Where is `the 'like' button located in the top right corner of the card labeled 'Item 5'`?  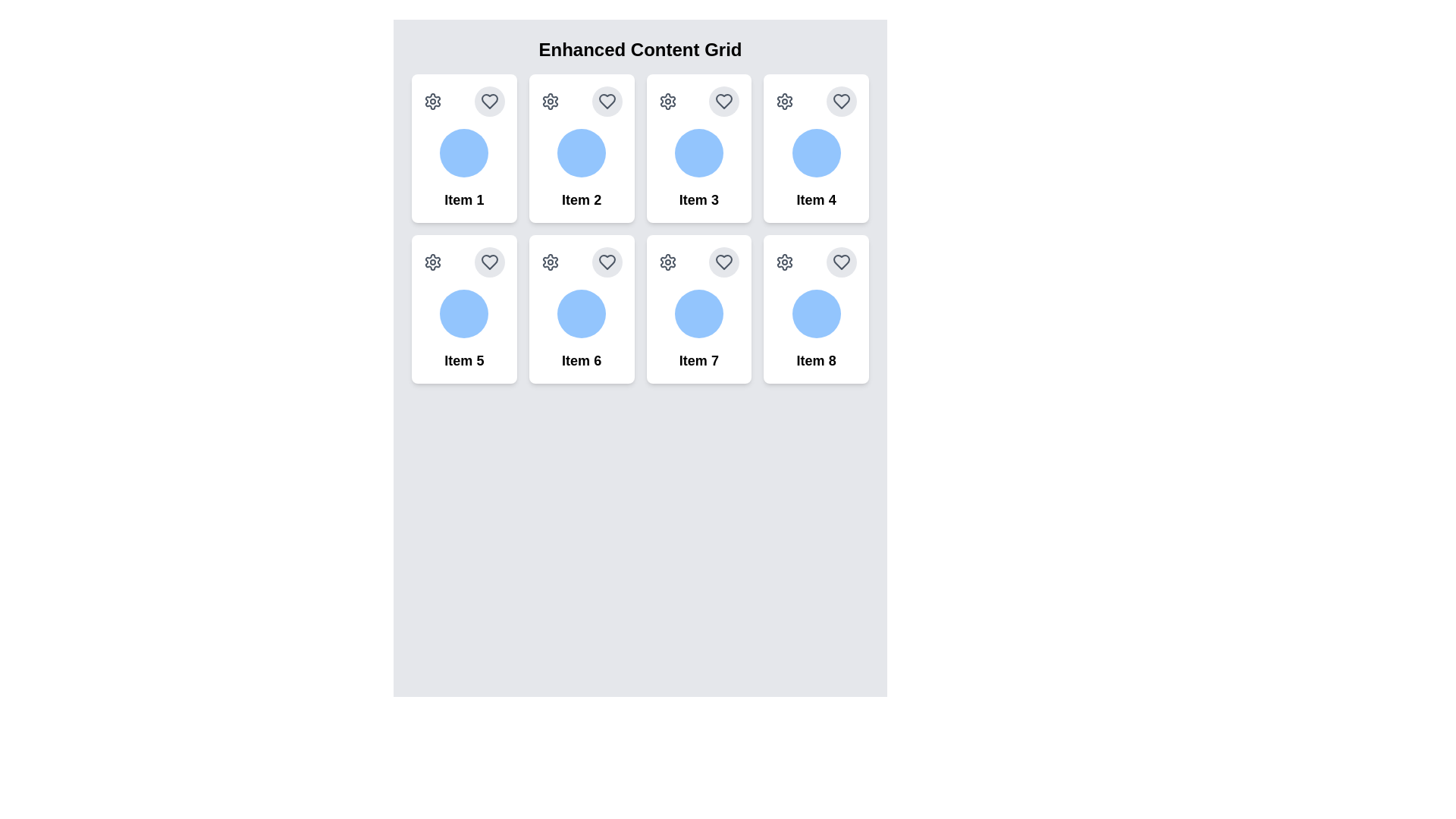
the 'like' button located in the top right corner of the card labeled 'Item 5' is located at coordinates (489, 262).